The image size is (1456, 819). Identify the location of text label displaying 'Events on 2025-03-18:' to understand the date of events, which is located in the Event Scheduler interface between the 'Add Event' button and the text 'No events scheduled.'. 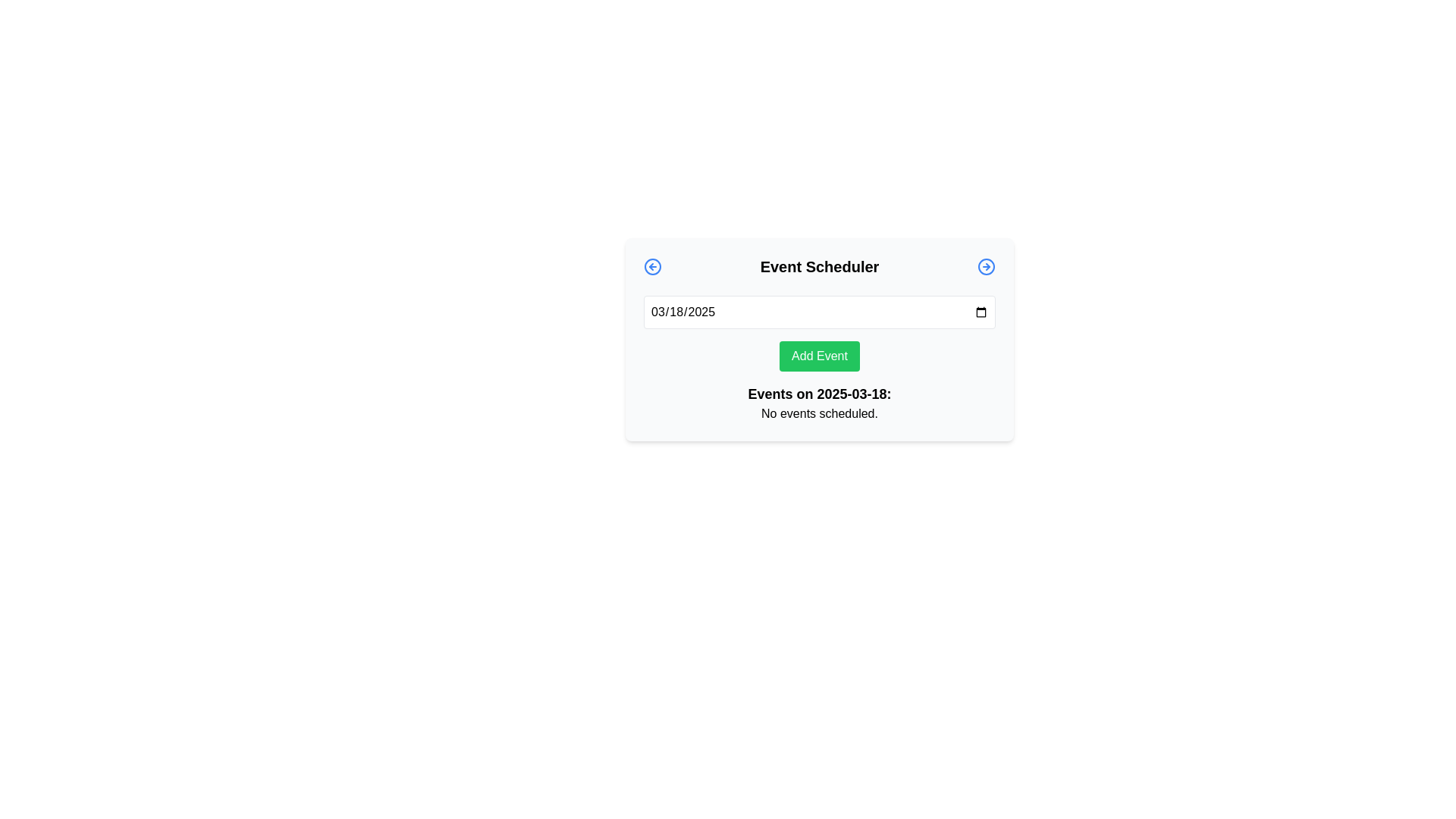
(818, 394).